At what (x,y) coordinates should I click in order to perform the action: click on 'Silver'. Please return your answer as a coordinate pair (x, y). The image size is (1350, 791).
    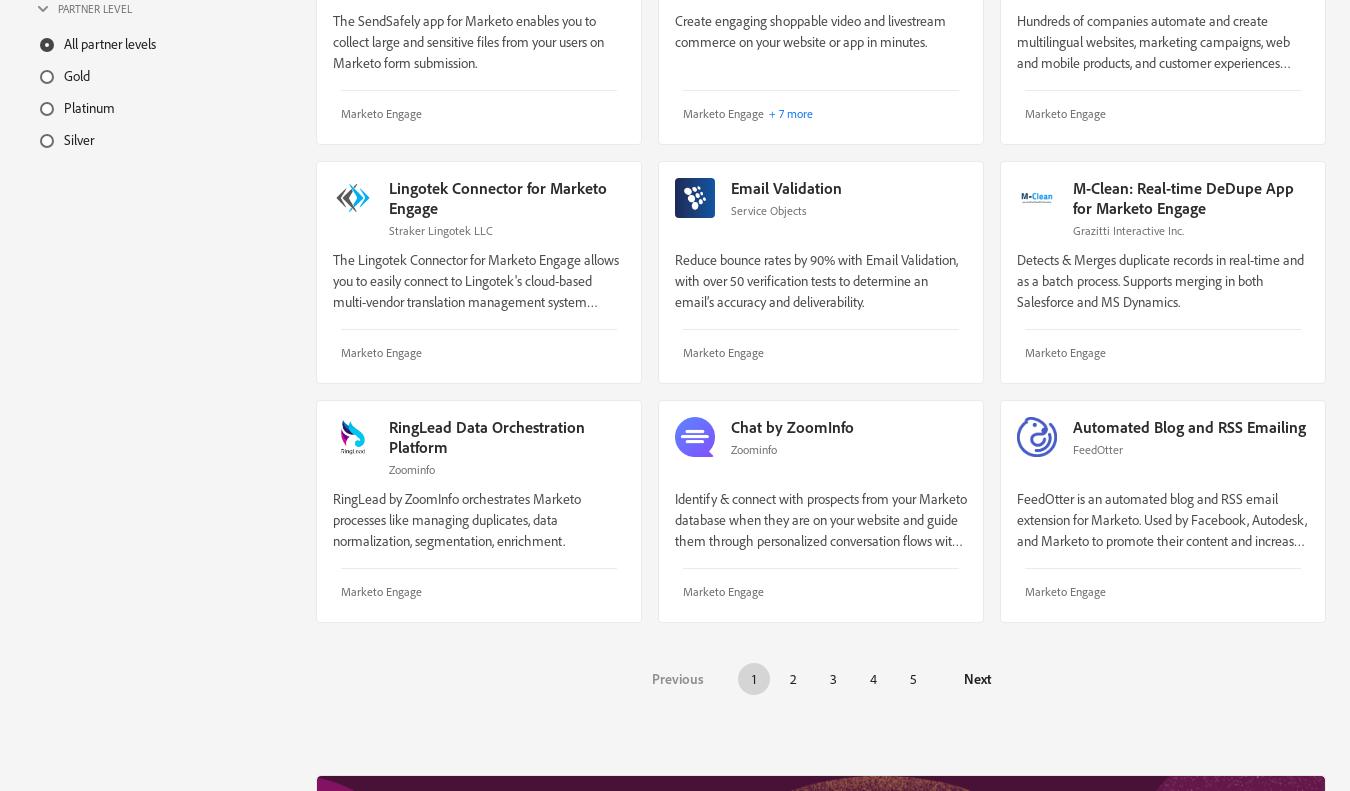
    Looking at the image, I should click on (77, 137).